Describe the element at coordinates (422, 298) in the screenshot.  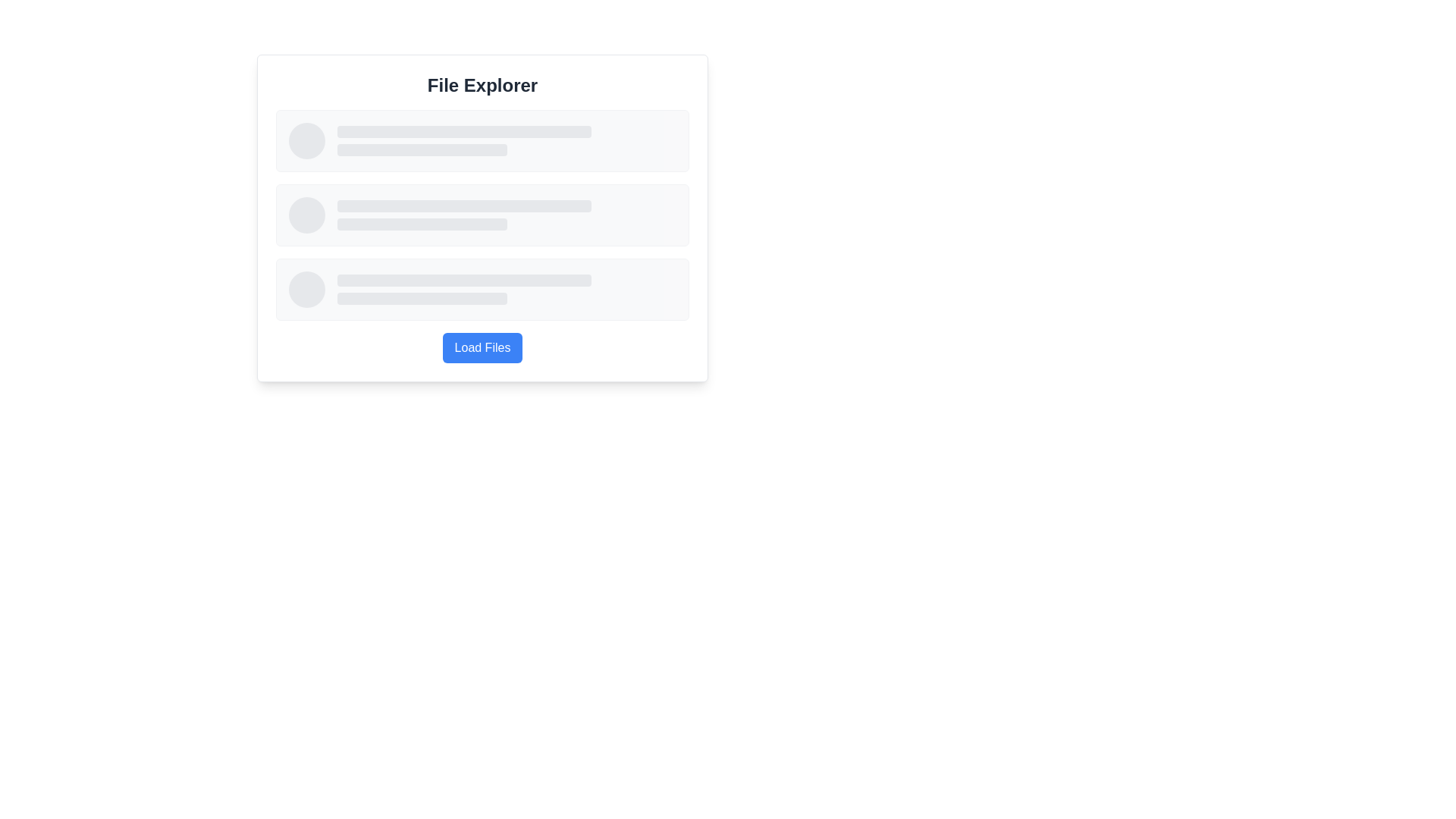
I see `the horizontal grey bar with rounded ends, which is the second item among two gray bars in the 'File Explorer' card area` at that location.